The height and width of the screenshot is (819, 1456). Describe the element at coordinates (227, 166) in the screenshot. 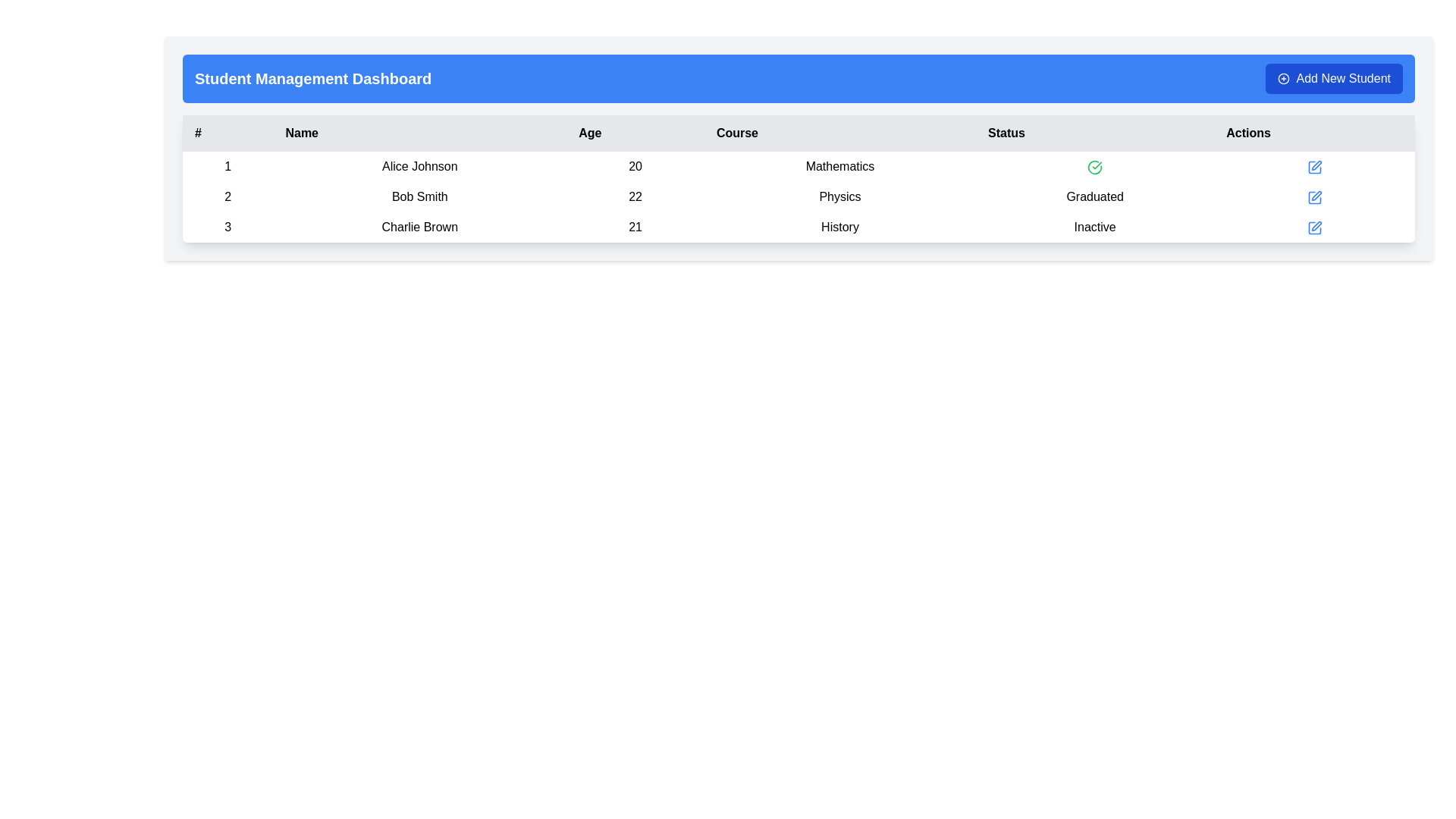

I see `the Text Display element that contains the text '1' in the '#' column header of the first row` at that location.